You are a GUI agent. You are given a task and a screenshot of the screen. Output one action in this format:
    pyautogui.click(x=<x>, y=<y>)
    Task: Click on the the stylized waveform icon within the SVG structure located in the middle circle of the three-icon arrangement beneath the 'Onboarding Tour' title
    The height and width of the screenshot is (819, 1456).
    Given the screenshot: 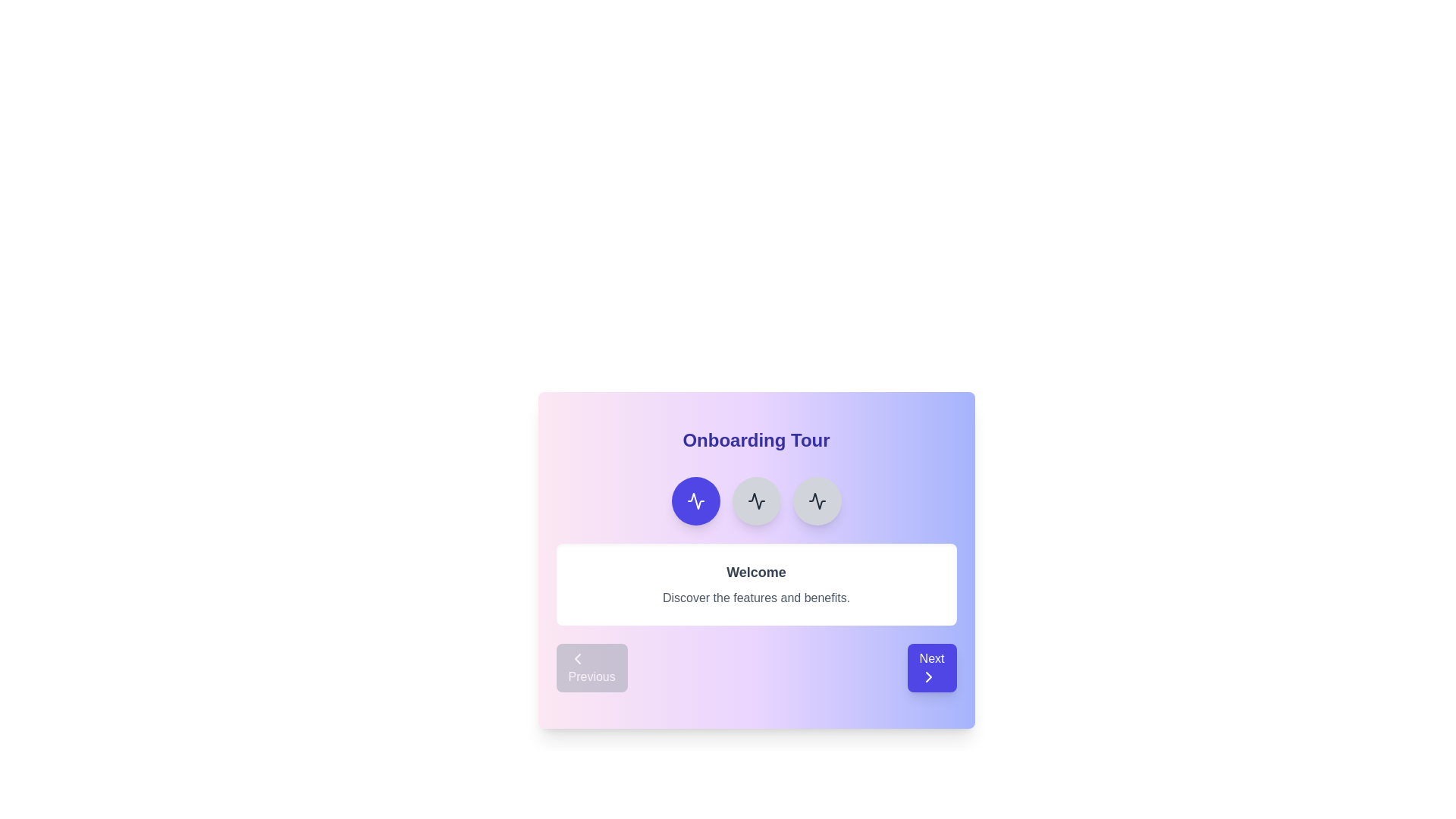 What is the action you would take?
    pyautogui.click(x=756, y=500)
    